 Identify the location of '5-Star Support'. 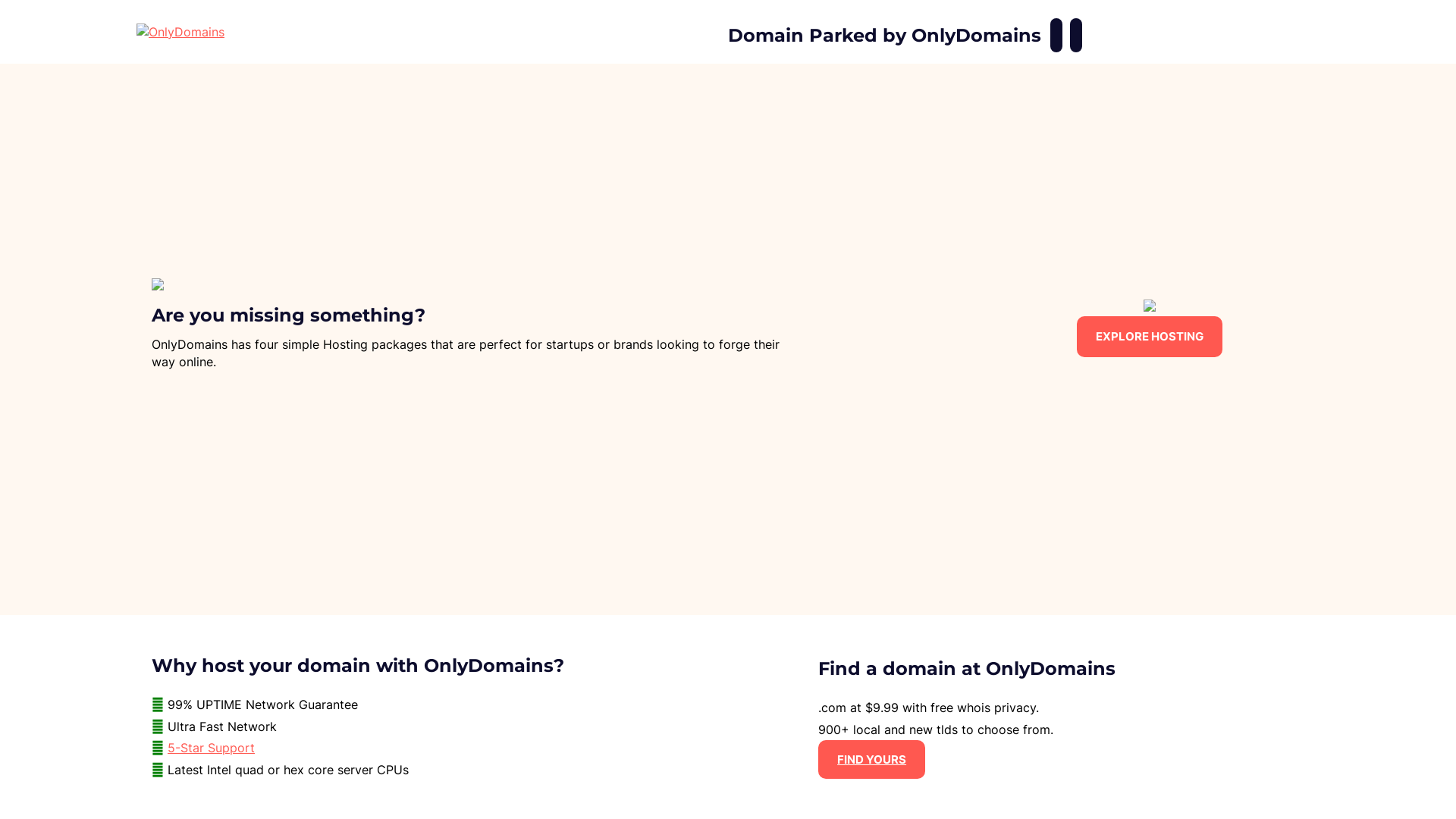
(210, 747).